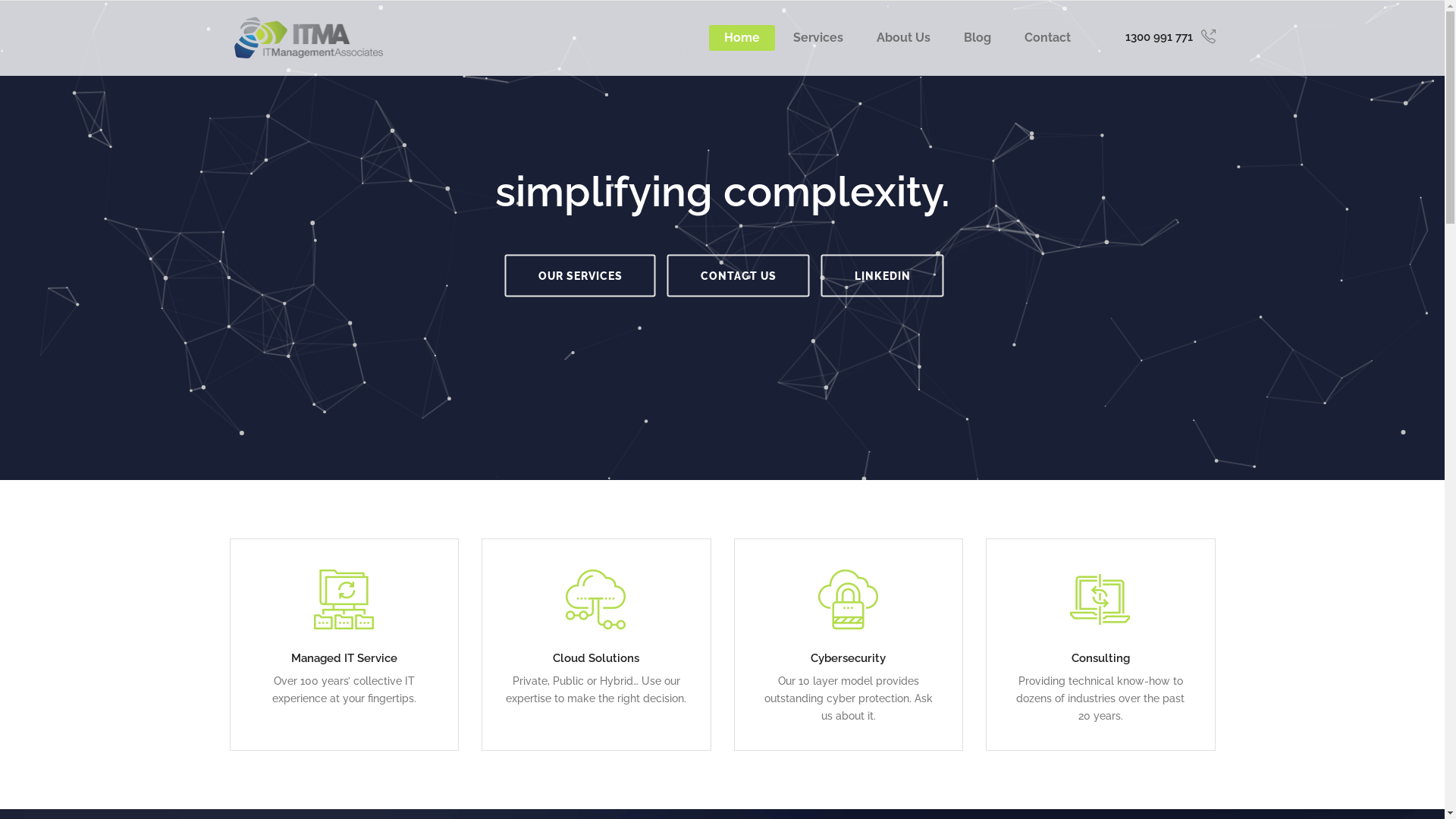  What do you see at coordinates (881, 275) in the screenshot?
I see `'LINKEDIN'` at bounding box center [881, 275].